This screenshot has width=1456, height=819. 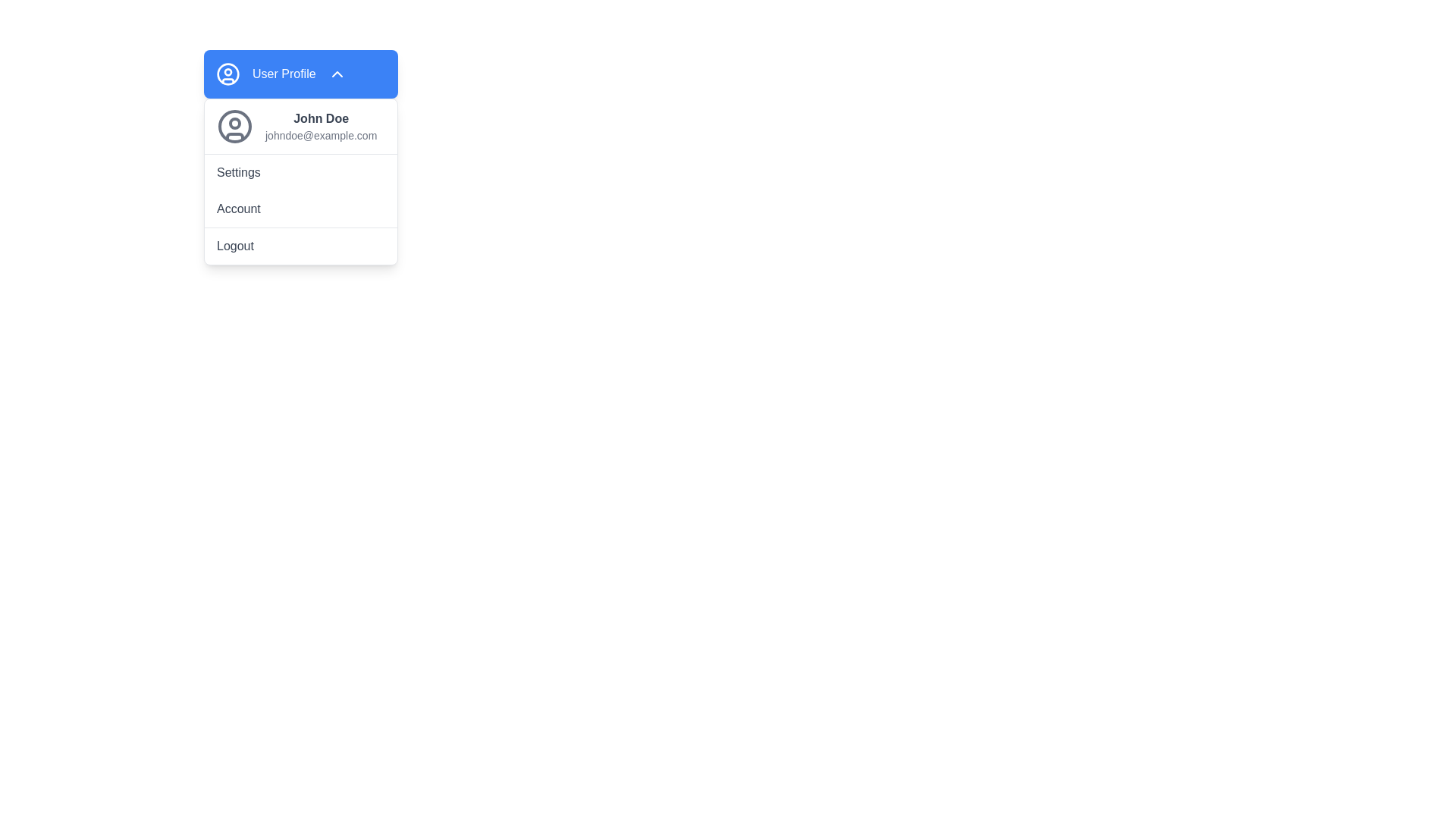 What do you see at coordinates (320, 134) in the screenshot?
I see `the static text element displaying the email address 'johndoe@example.com' within the dropdown menu under the 'User Profile' header` at bounding box center [320, 134].